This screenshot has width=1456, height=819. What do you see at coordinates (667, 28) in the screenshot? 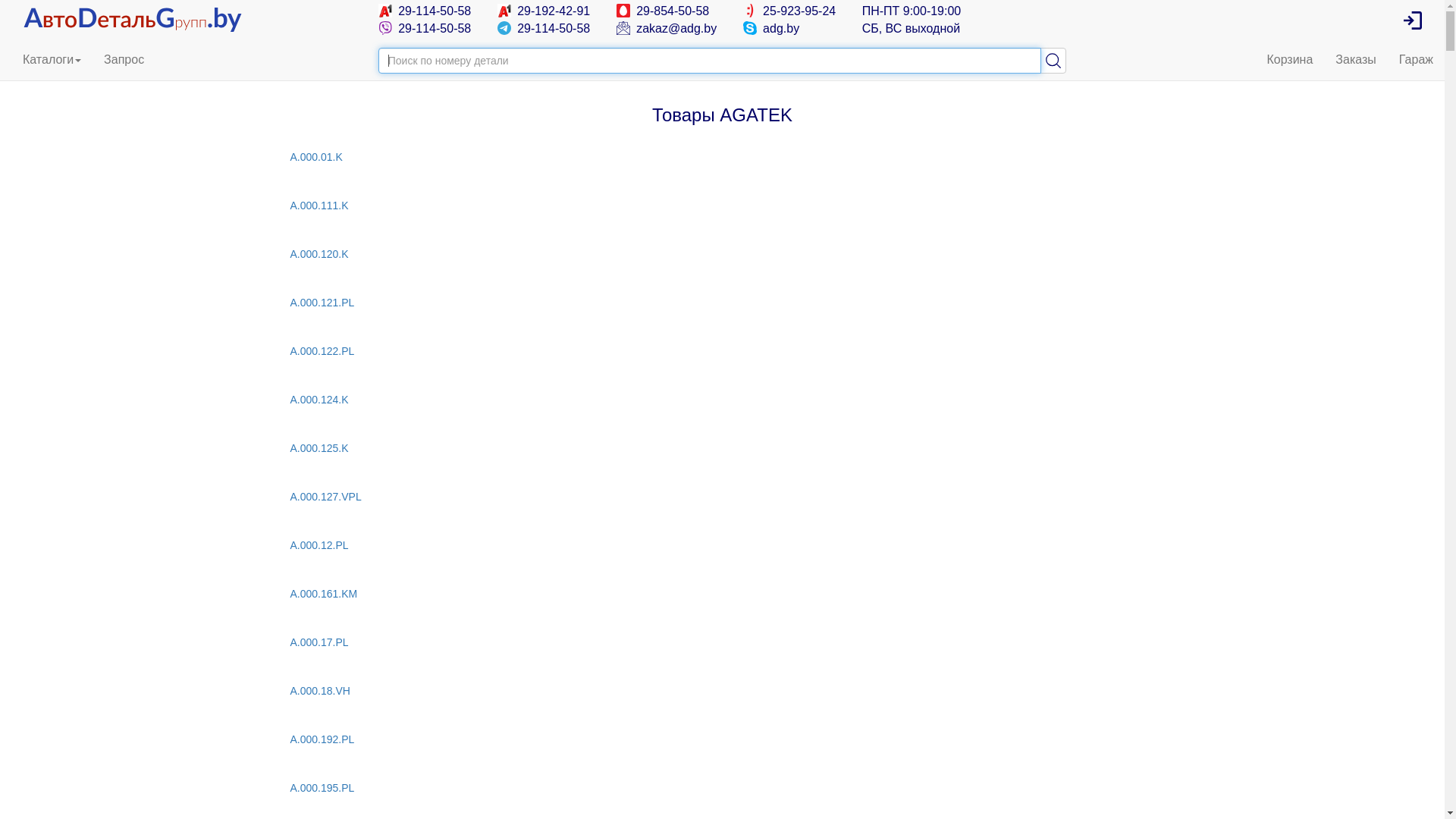
I see `'zakaz@adg.by'` at bounding box center [667, 28].